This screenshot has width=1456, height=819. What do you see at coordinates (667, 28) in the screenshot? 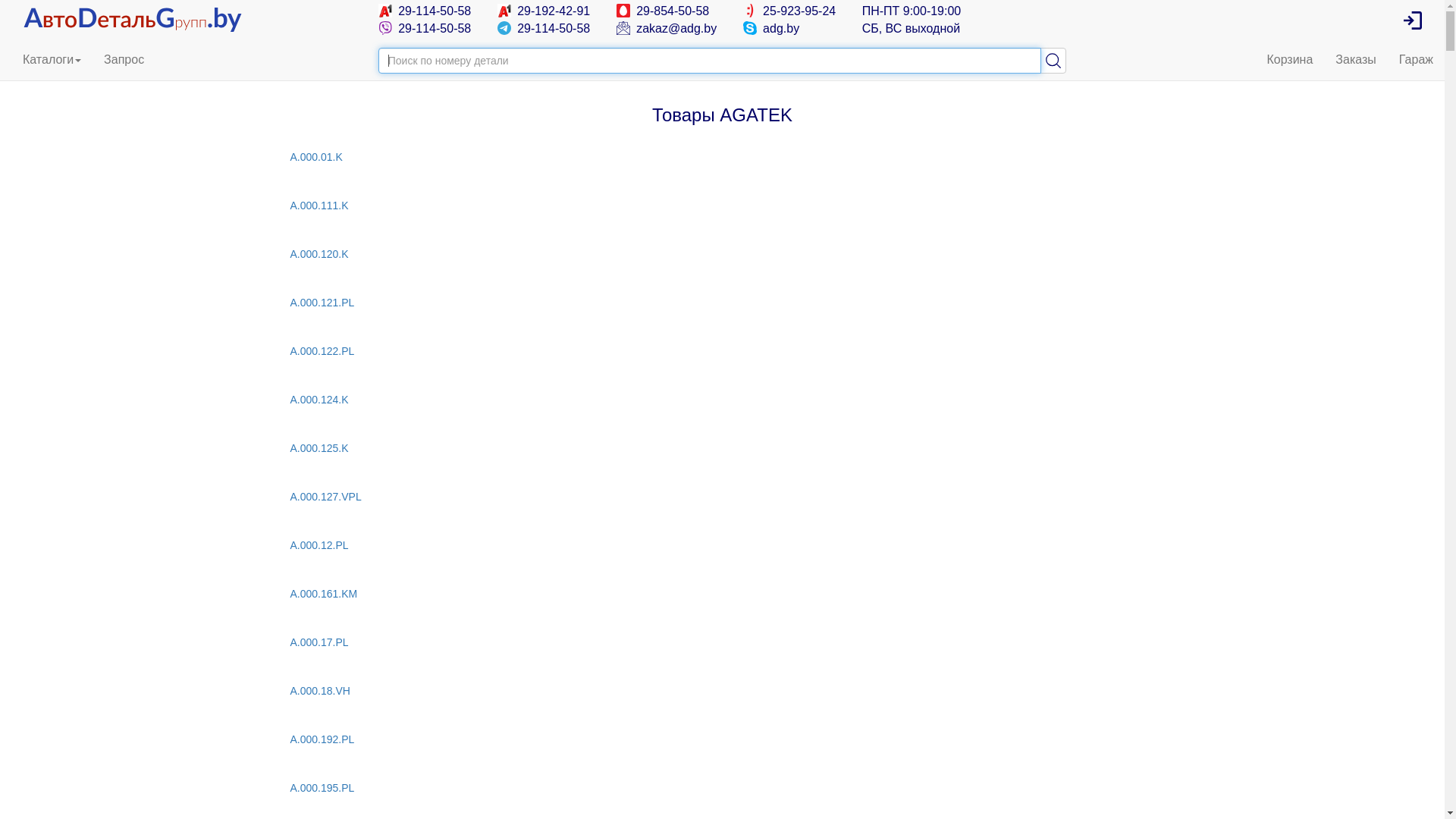
I see `'zakaz@adg.by'` at bounding box center [667, 28].